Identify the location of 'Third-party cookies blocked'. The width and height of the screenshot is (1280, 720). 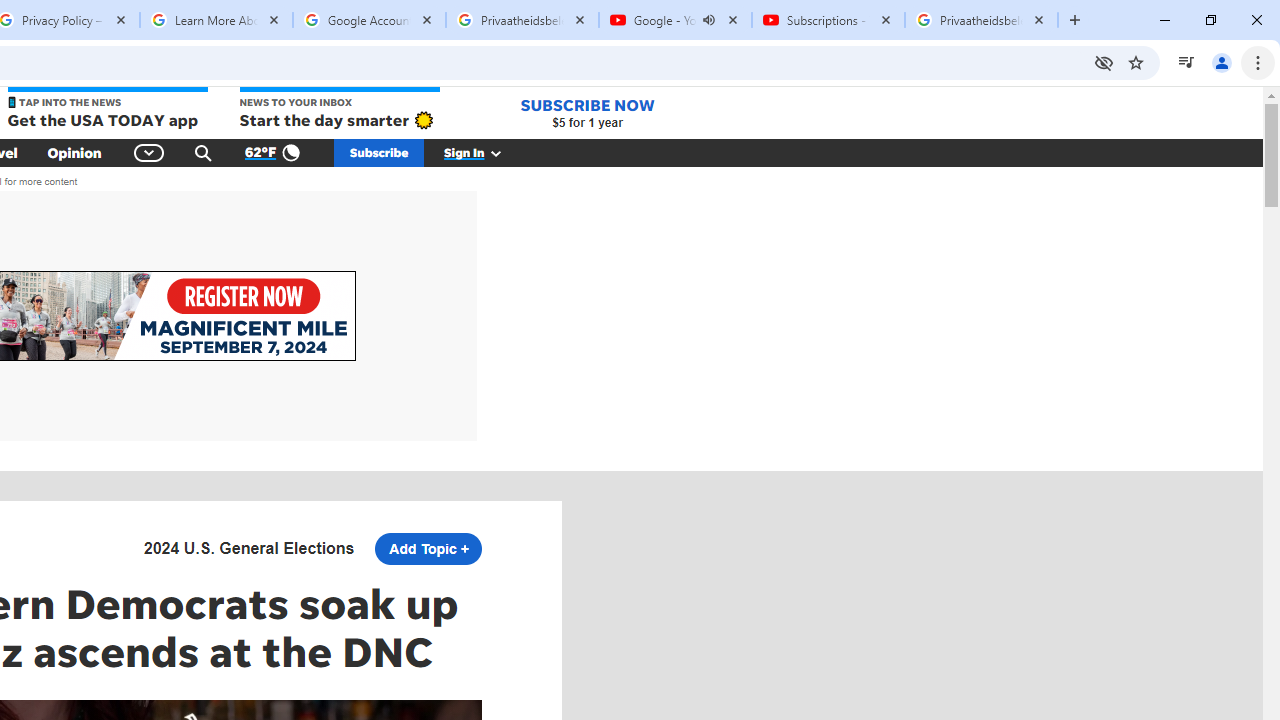
(1103, 61).